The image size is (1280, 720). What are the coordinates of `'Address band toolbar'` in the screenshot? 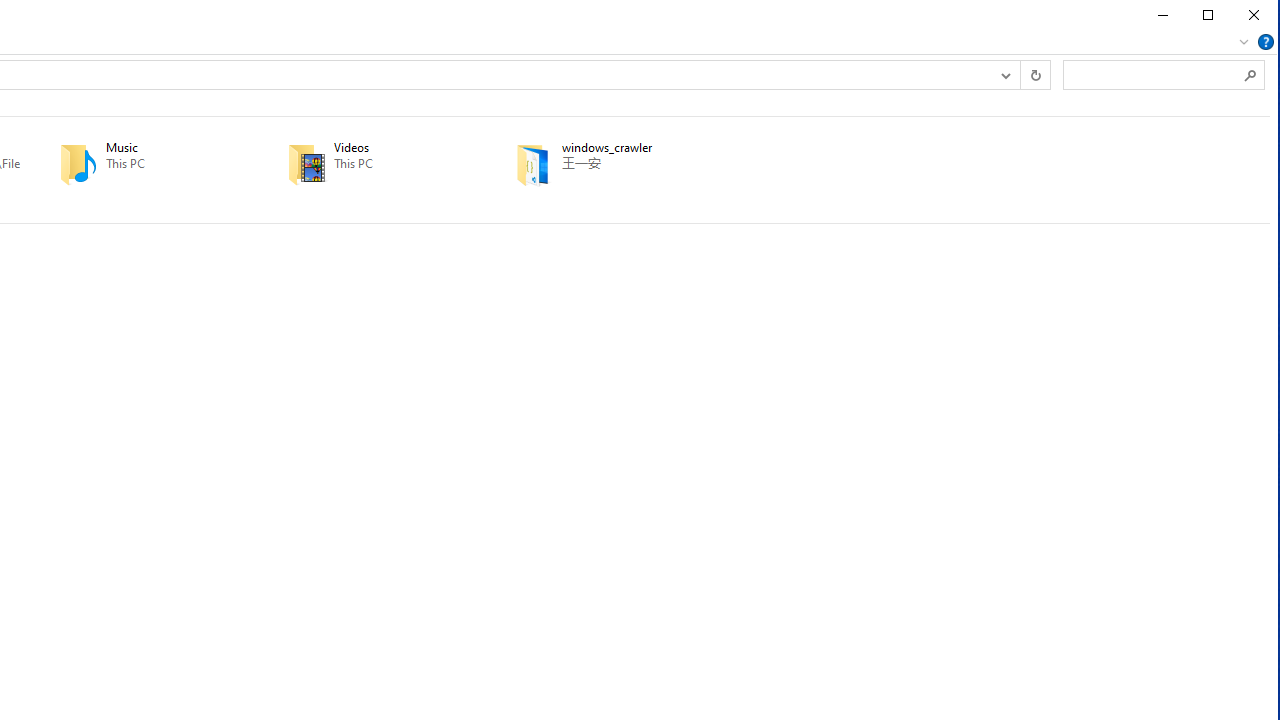 It's located at (1019, 73).